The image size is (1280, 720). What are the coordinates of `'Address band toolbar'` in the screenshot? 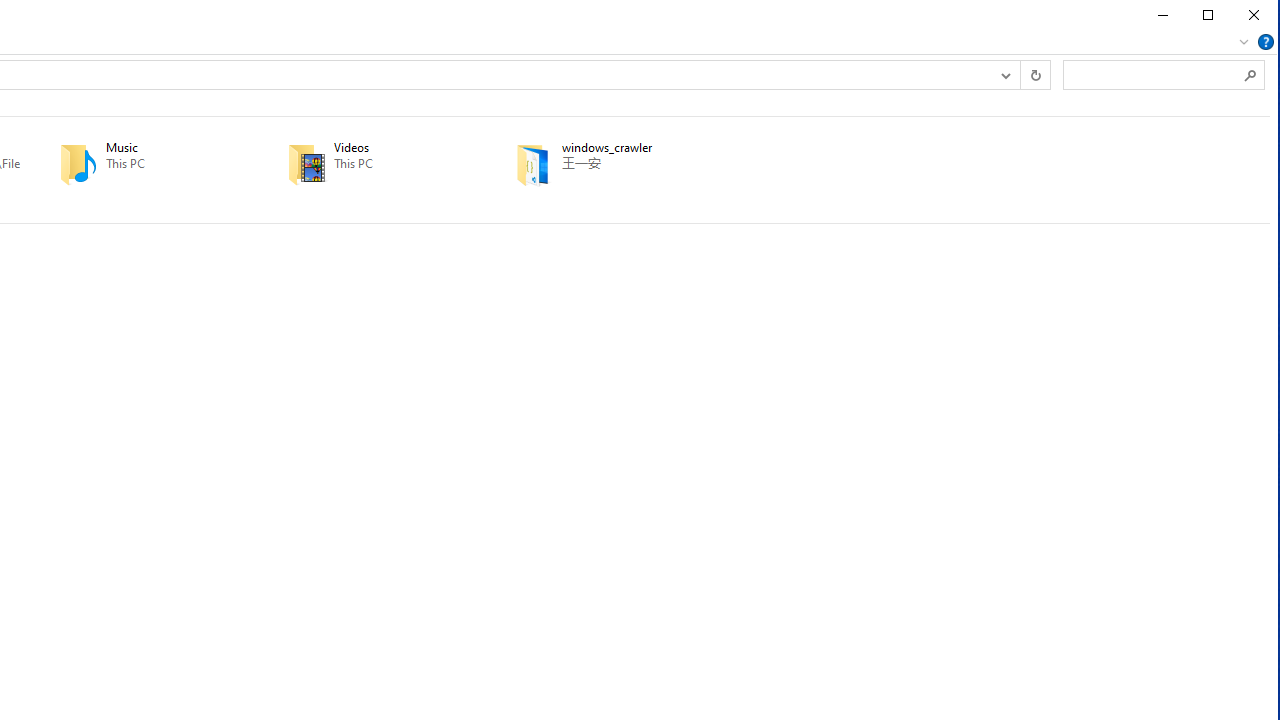 It's located at (1019, 73).